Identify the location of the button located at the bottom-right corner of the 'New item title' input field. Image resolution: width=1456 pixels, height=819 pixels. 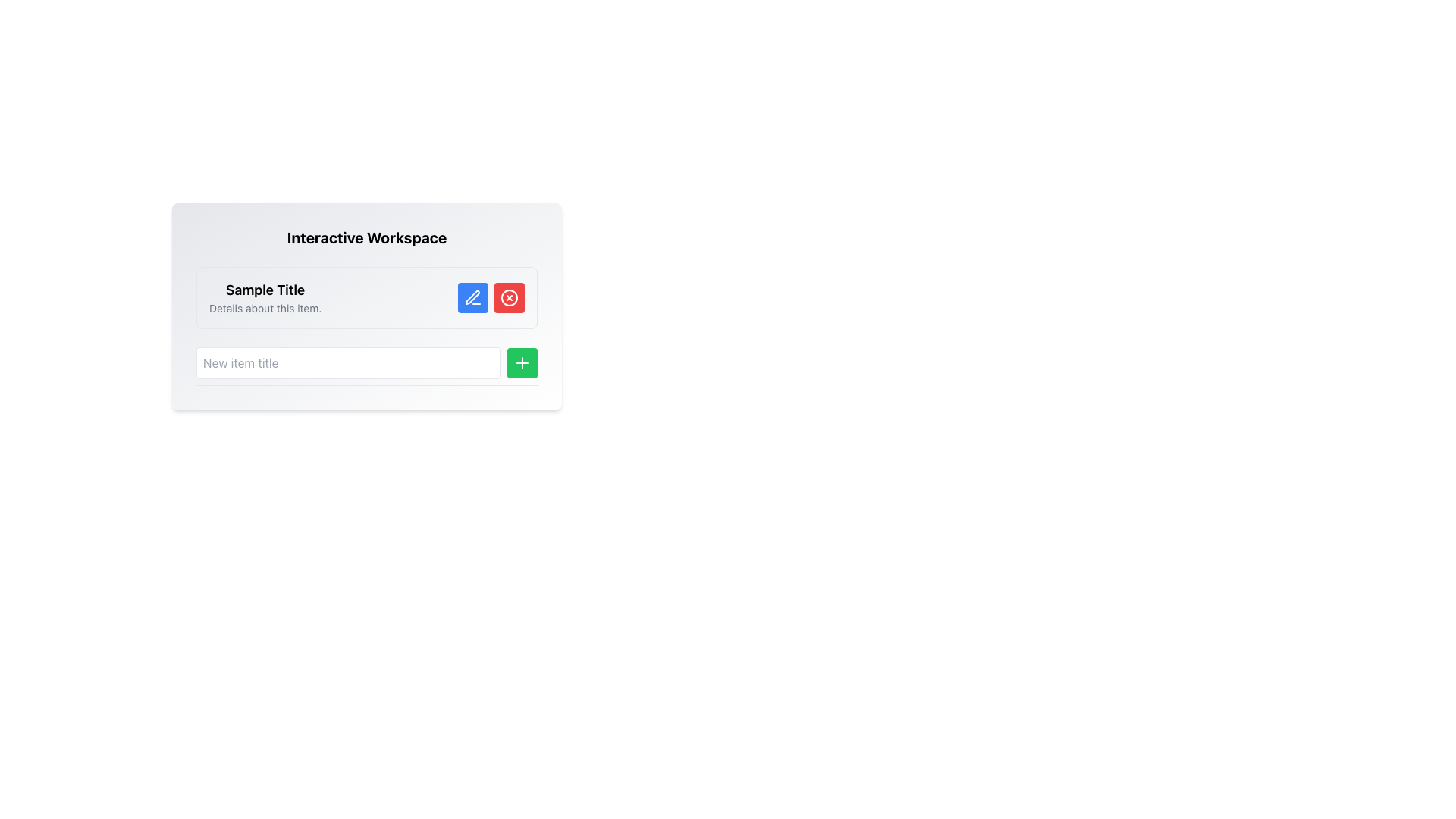
(522, 362).